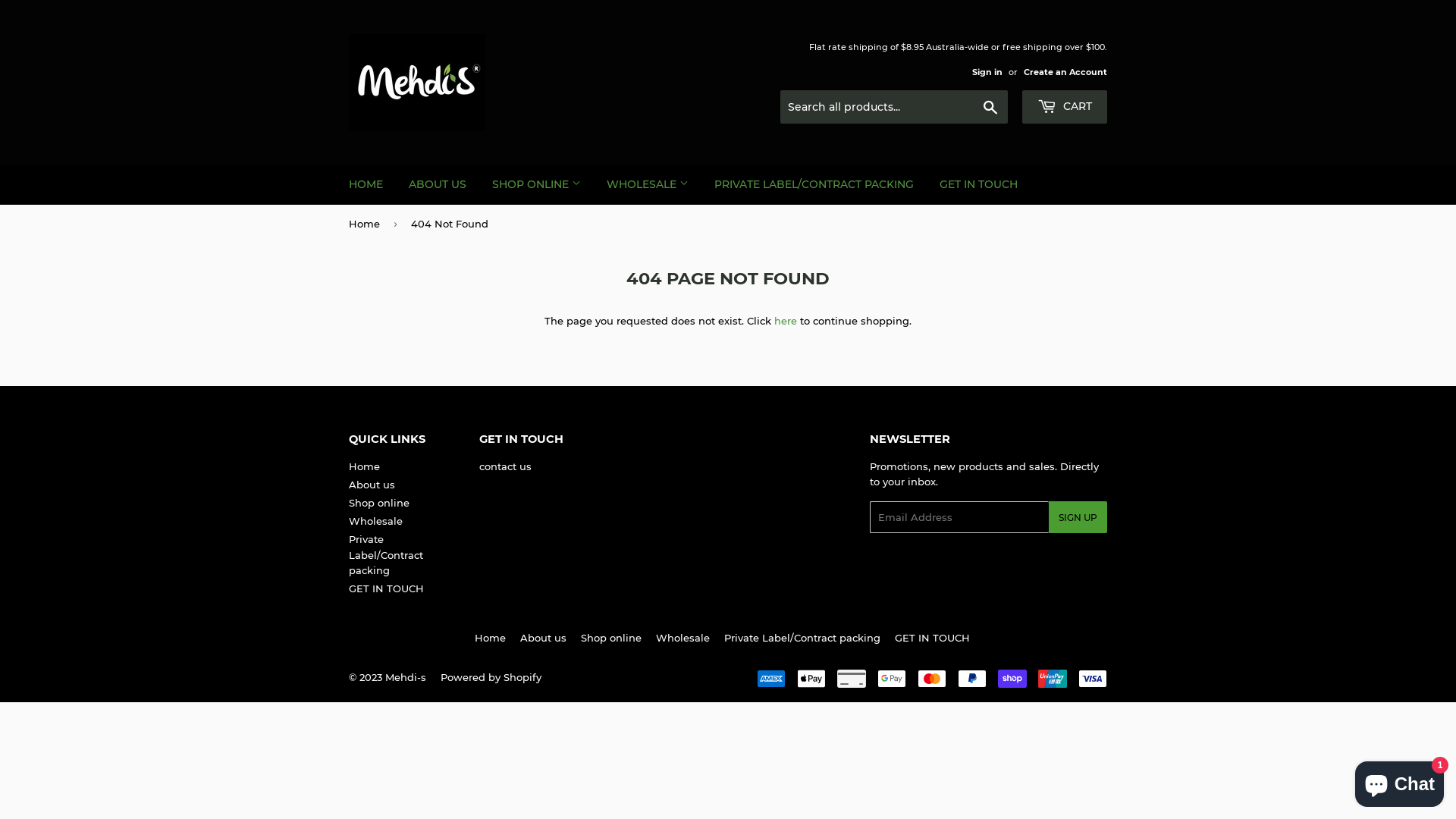 This screenshot has height=819, width=1456. I want to click on 'Home', so click(364, 465).